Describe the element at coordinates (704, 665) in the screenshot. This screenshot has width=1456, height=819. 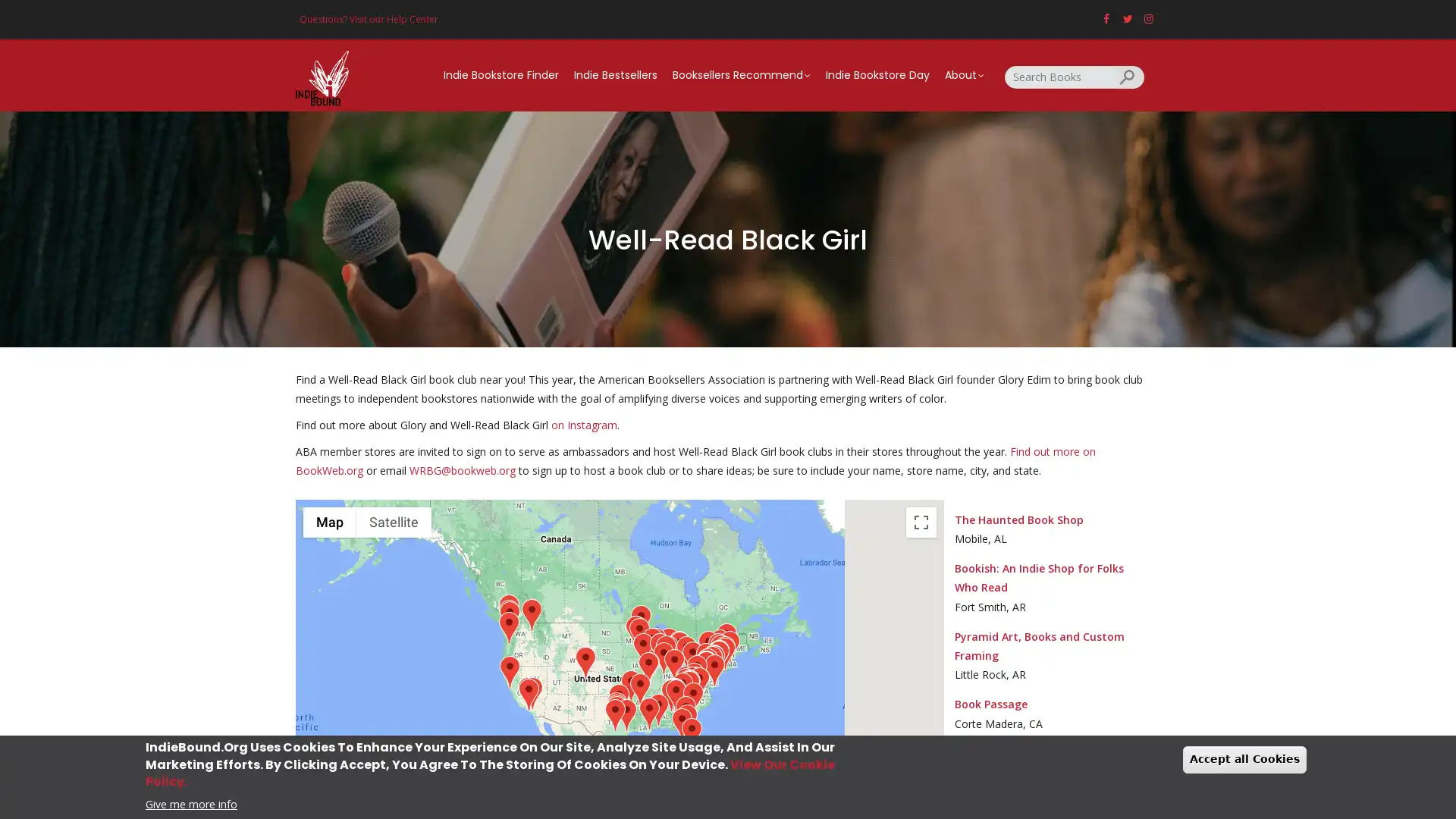
I see `Solid State Books` at that location.